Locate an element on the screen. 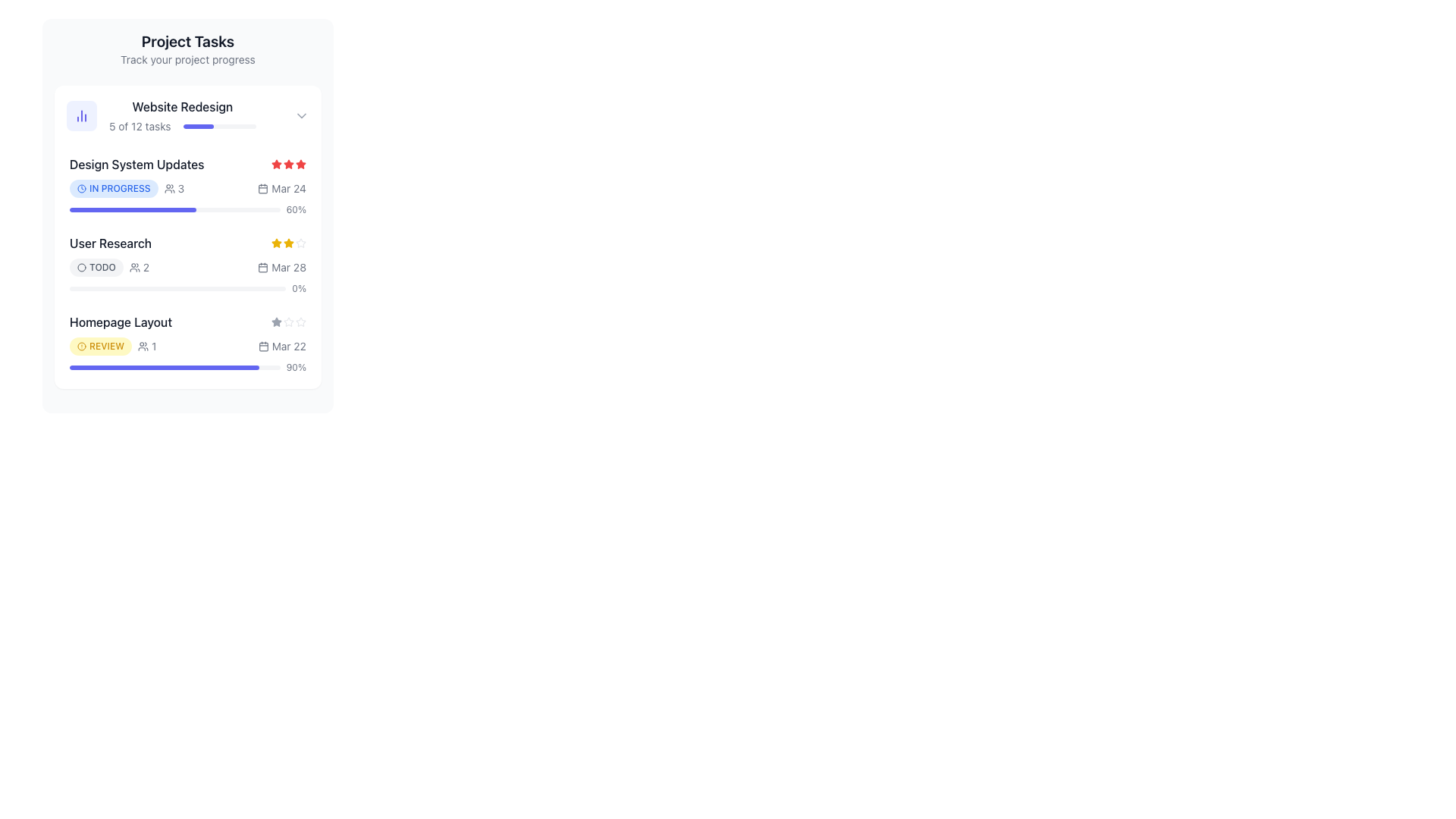  the 'TODO' status badge with a circular icon located in the 'User Research' section of the 'Project Tasks' card, which is positioned to the left of the number '2' is located at coordinates (96, 267).